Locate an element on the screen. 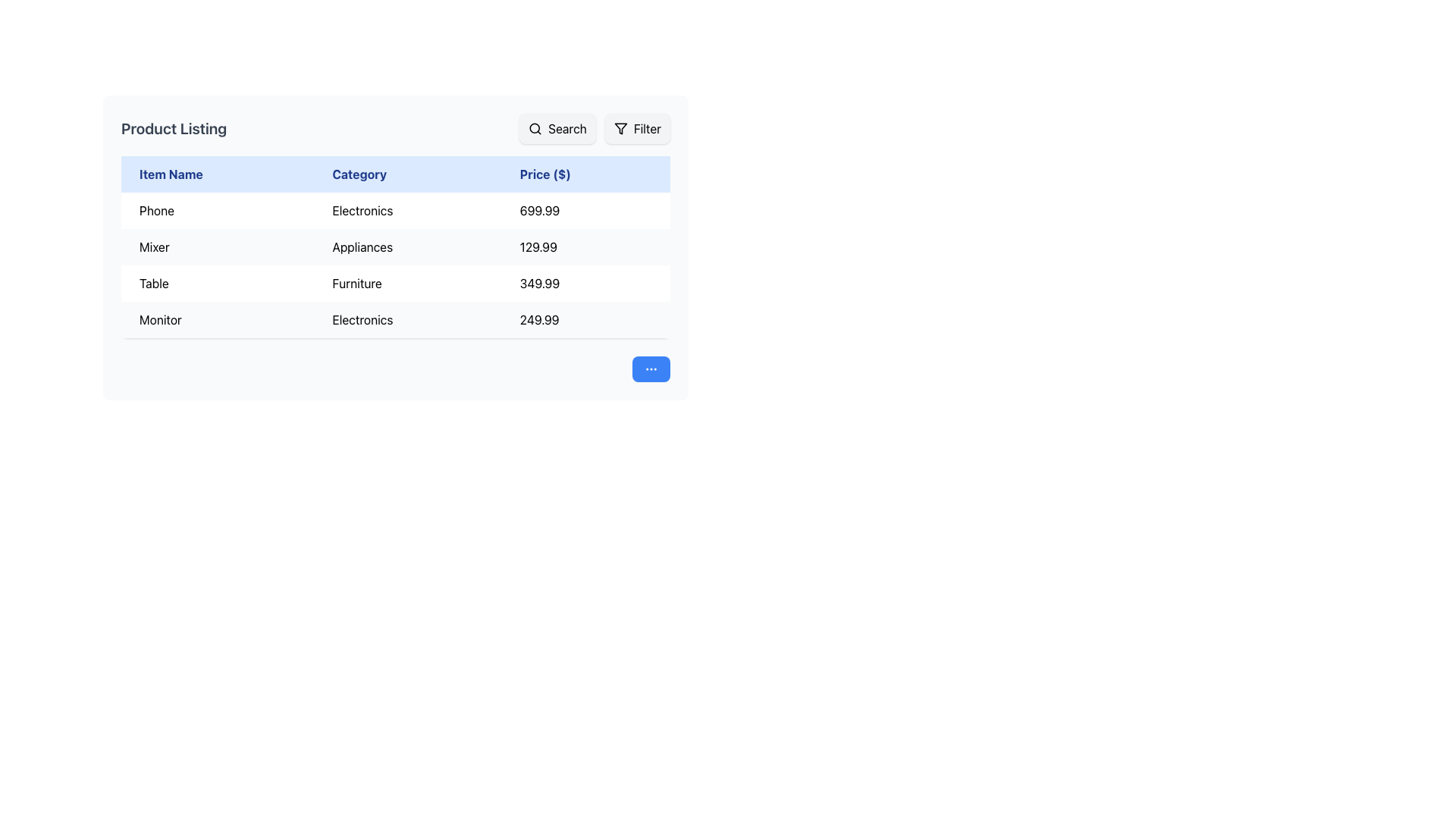  a specific cell within the data table that displays product information for further details or actions is located at coordinates (396, 246).